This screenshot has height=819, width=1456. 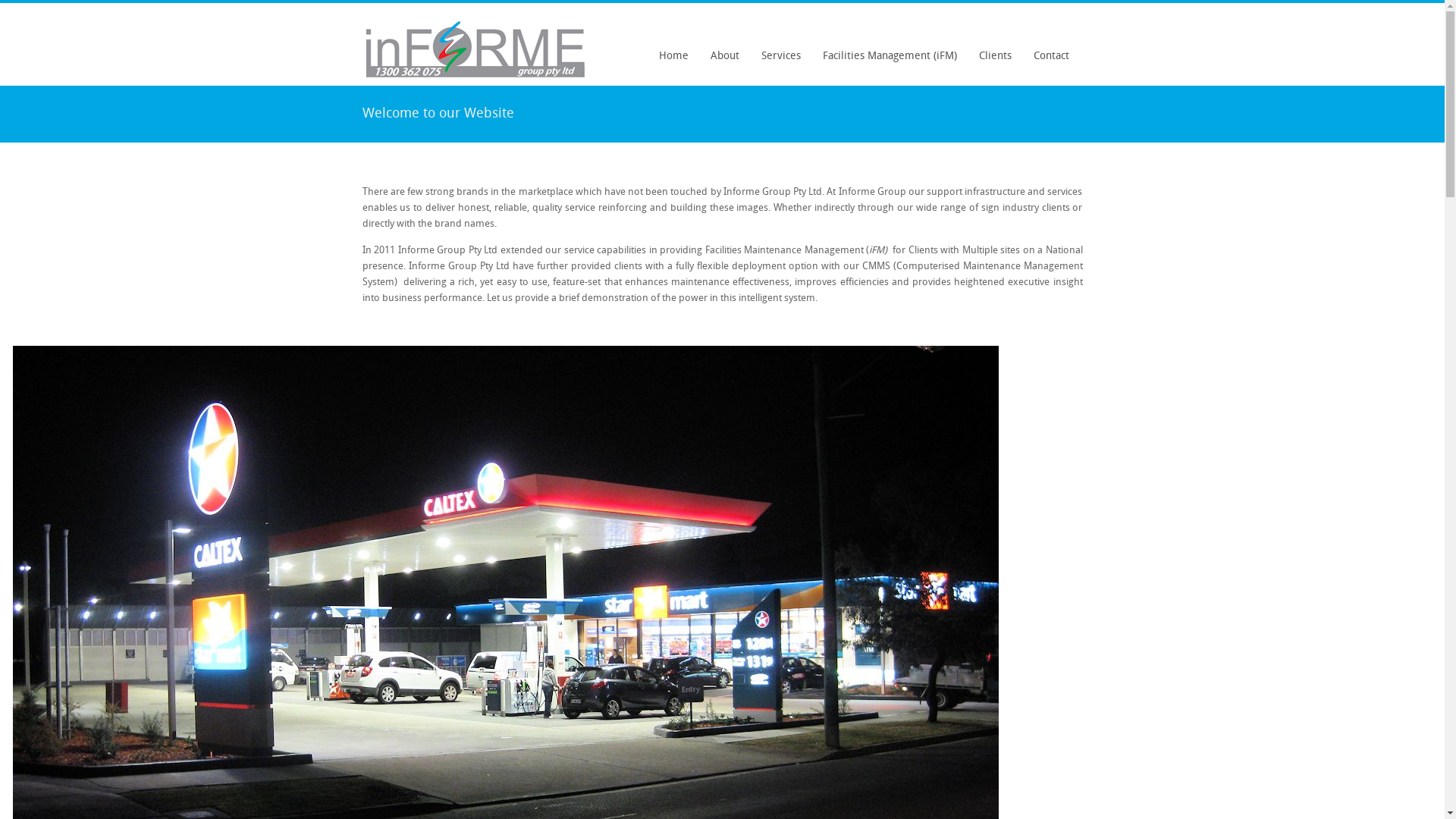 I want to click on 'Contact', so click(x=1050, y=55).